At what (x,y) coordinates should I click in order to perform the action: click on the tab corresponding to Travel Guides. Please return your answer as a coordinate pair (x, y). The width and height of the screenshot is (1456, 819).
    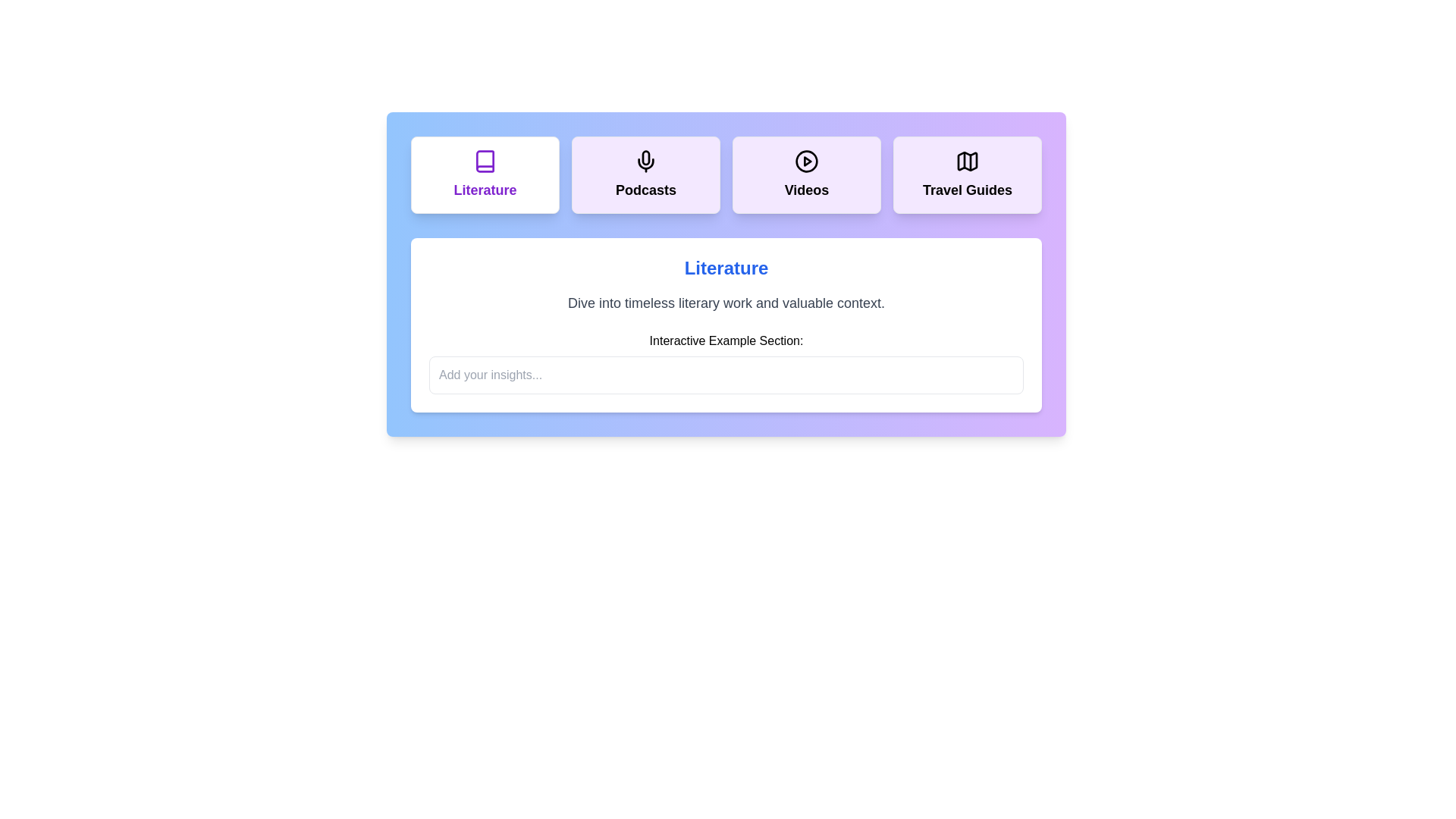
    Looking at the image, I should click on (967, 174).